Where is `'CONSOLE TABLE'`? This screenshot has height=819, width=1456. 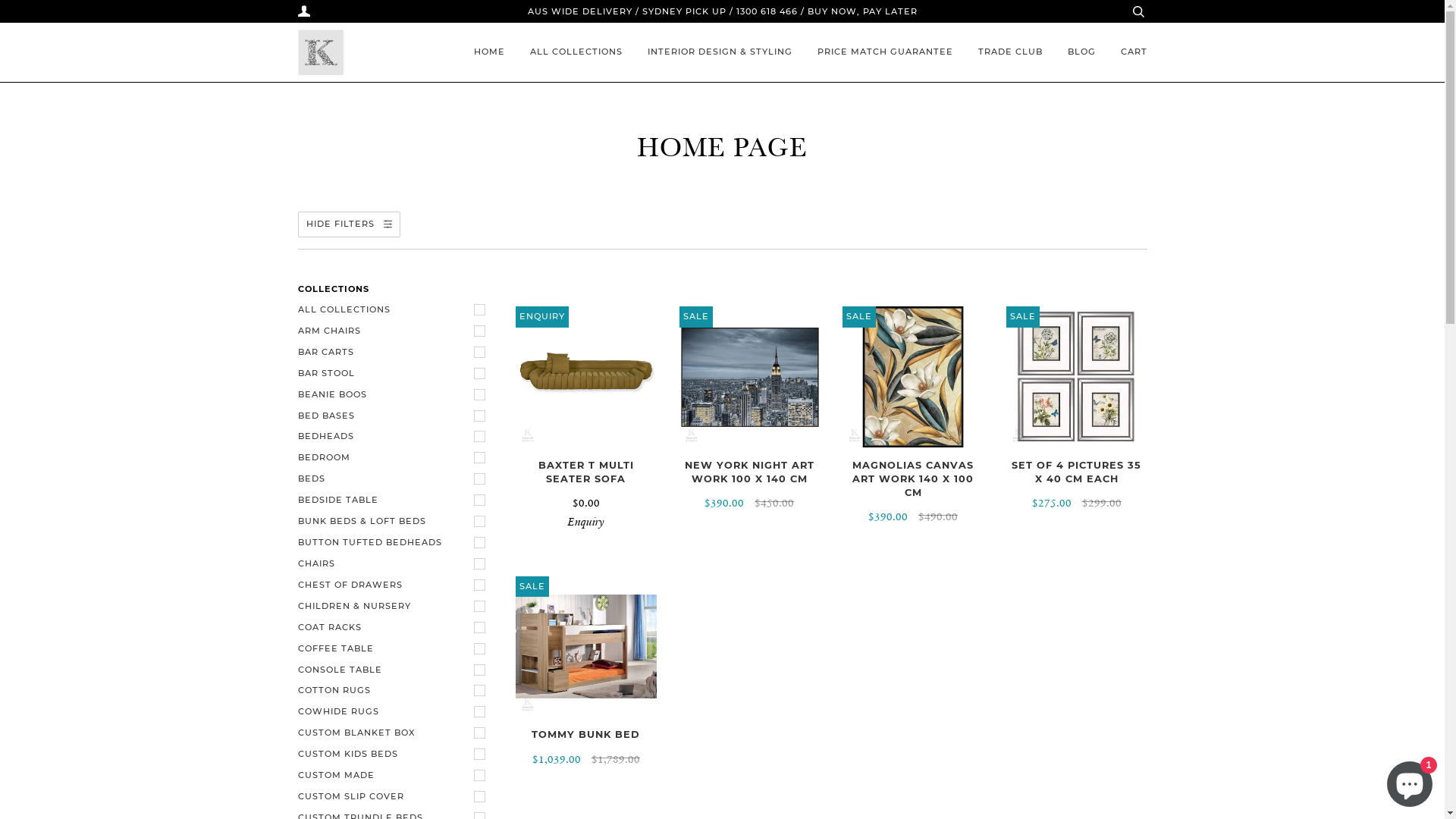
'CONSOLE TABLE' is located at coordinates (395, 669).